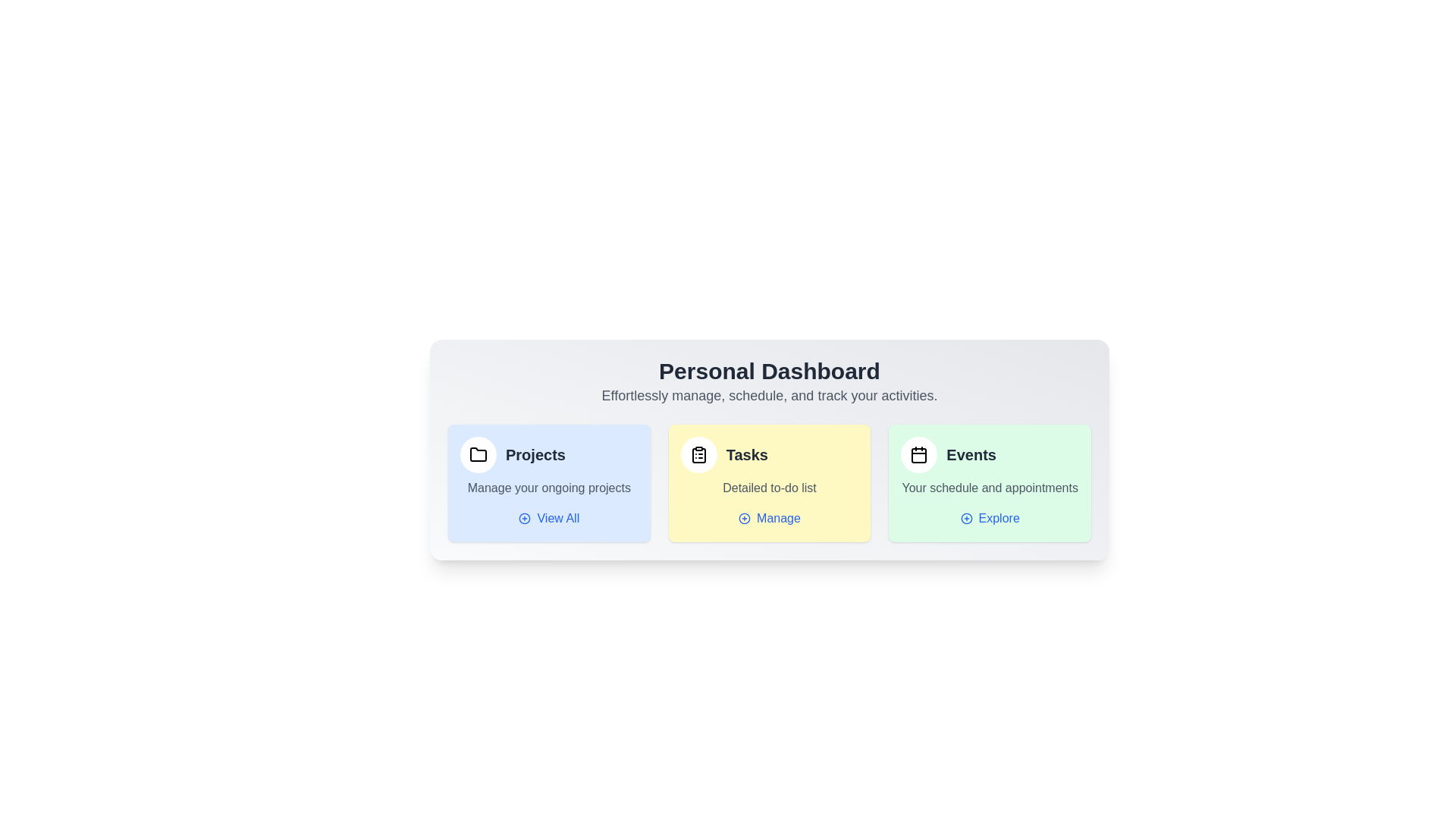  I want to click on the 'Personal Dashboard' title to focus on it, so click(769, 371).